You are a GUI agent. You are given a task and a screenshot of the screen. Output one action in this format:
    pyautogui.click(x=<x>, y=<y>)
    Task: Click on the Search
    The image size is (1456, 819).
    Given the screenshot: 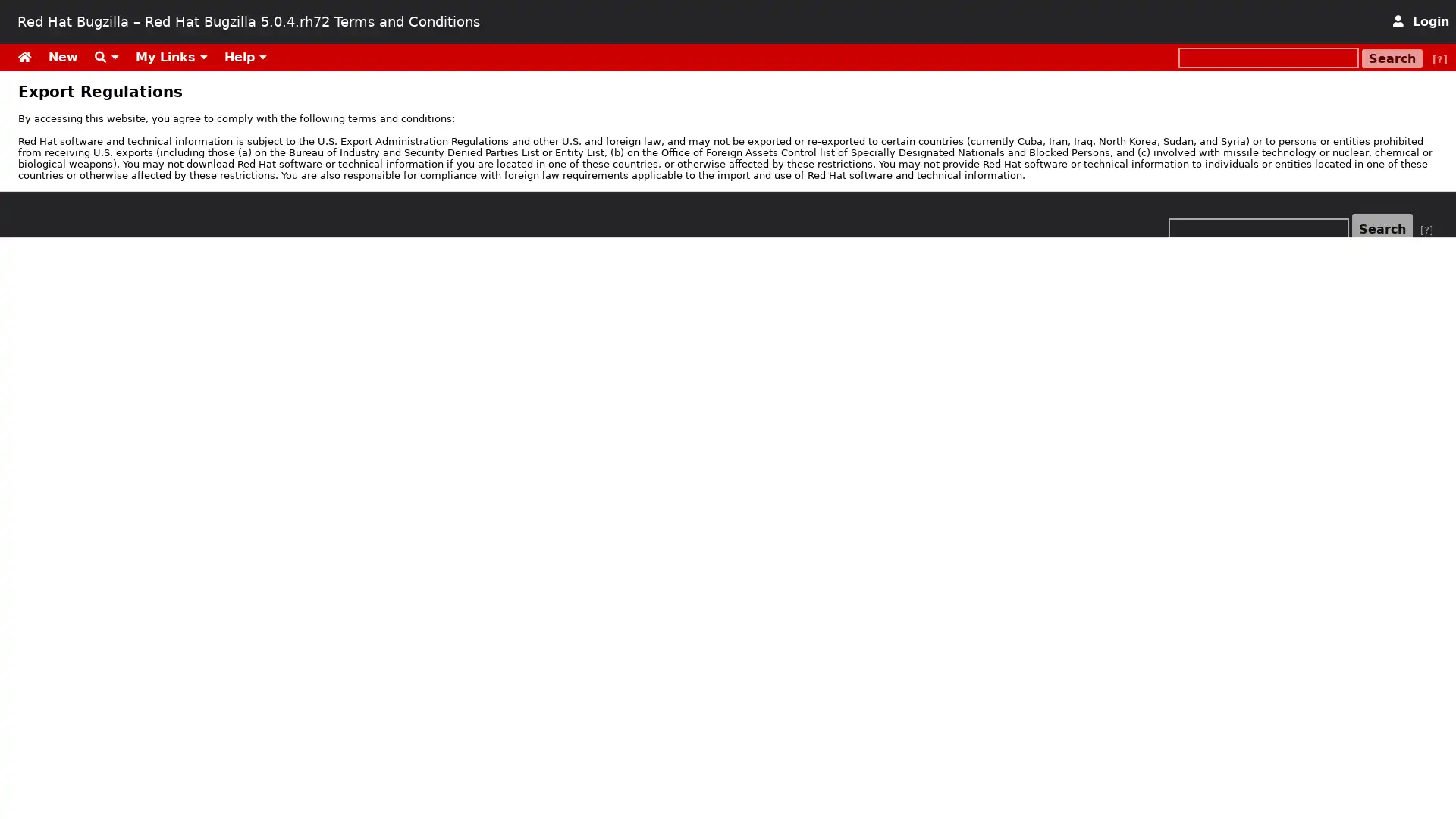 What is the action you would take?
    pyautogui.click(x=1382, y=229)
    